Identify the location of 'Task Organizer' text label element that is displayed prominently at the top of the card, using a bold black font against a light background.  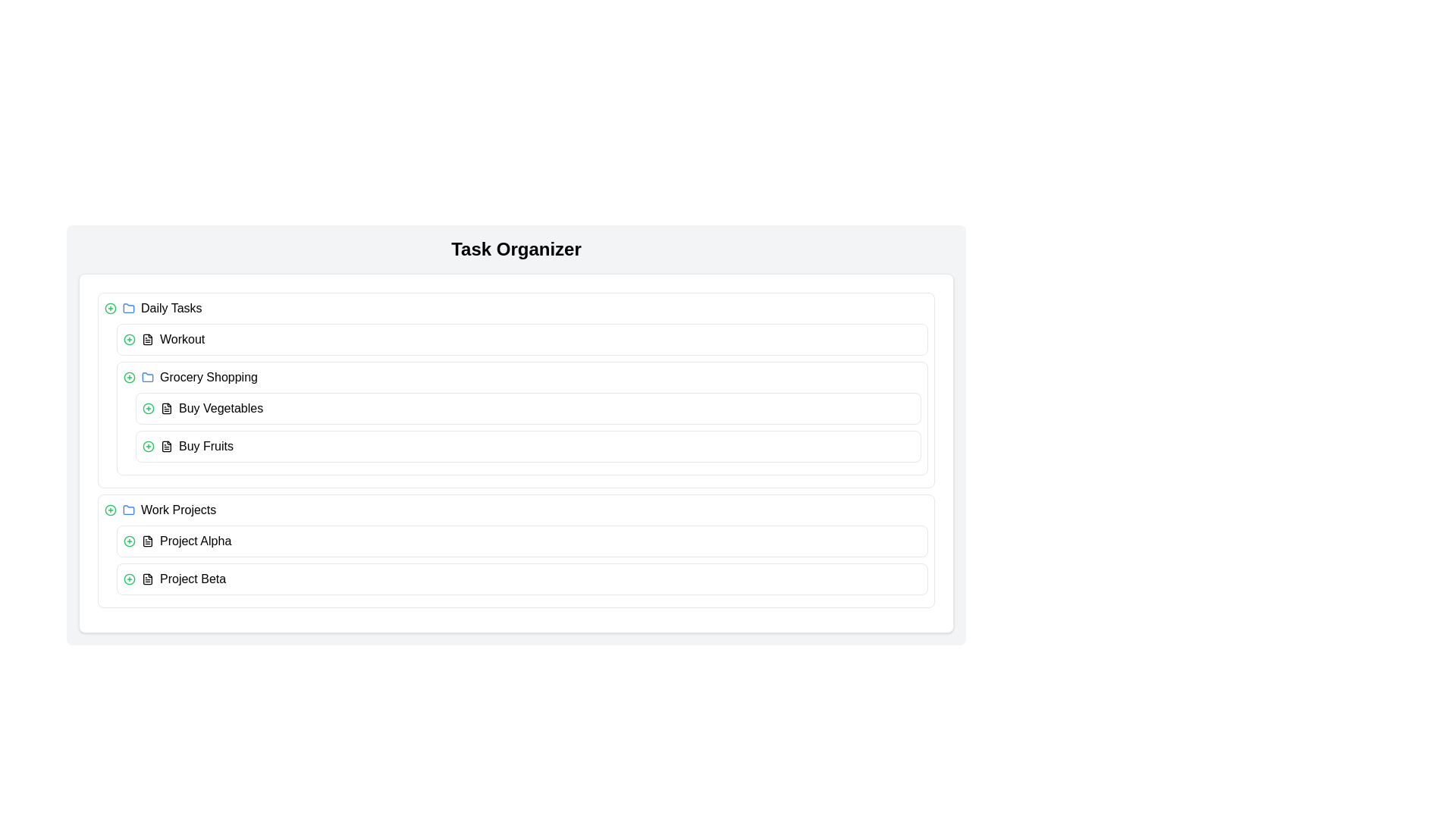
(516, 248).